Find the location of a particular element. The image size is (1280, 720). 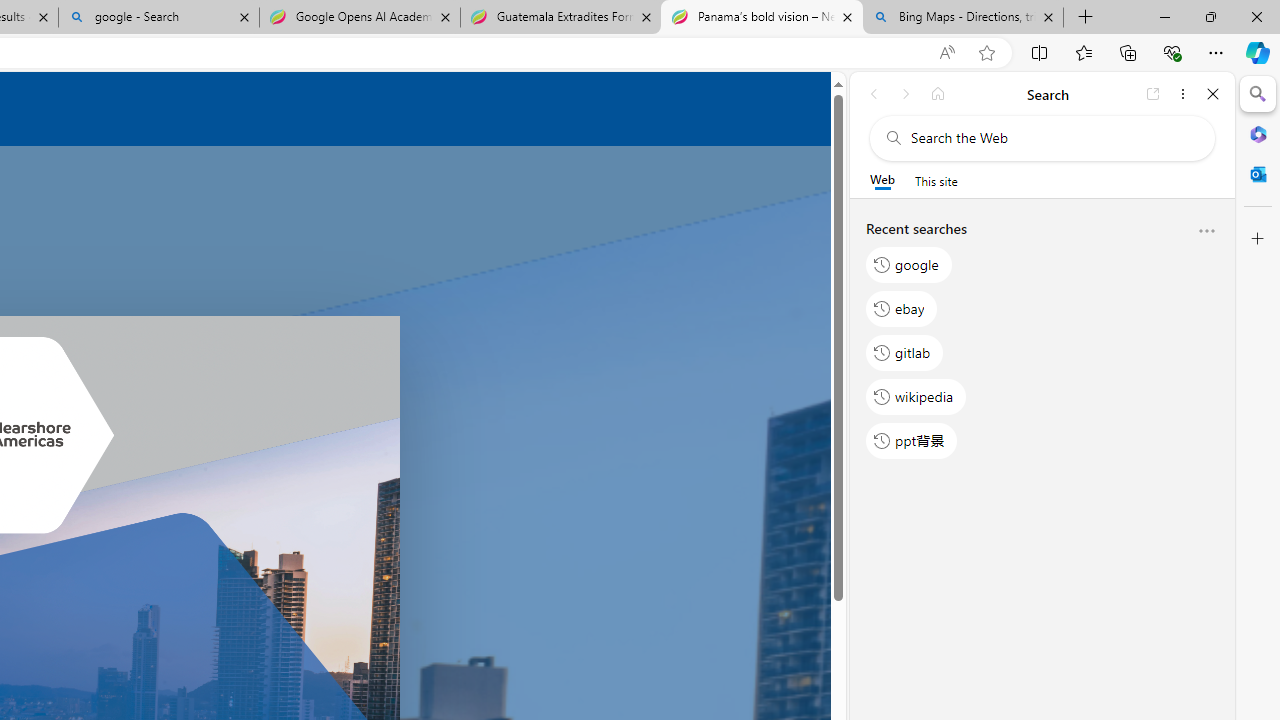

'Copilot (Ctrl+Shift+.)' is located at coordinates (1257, 51).